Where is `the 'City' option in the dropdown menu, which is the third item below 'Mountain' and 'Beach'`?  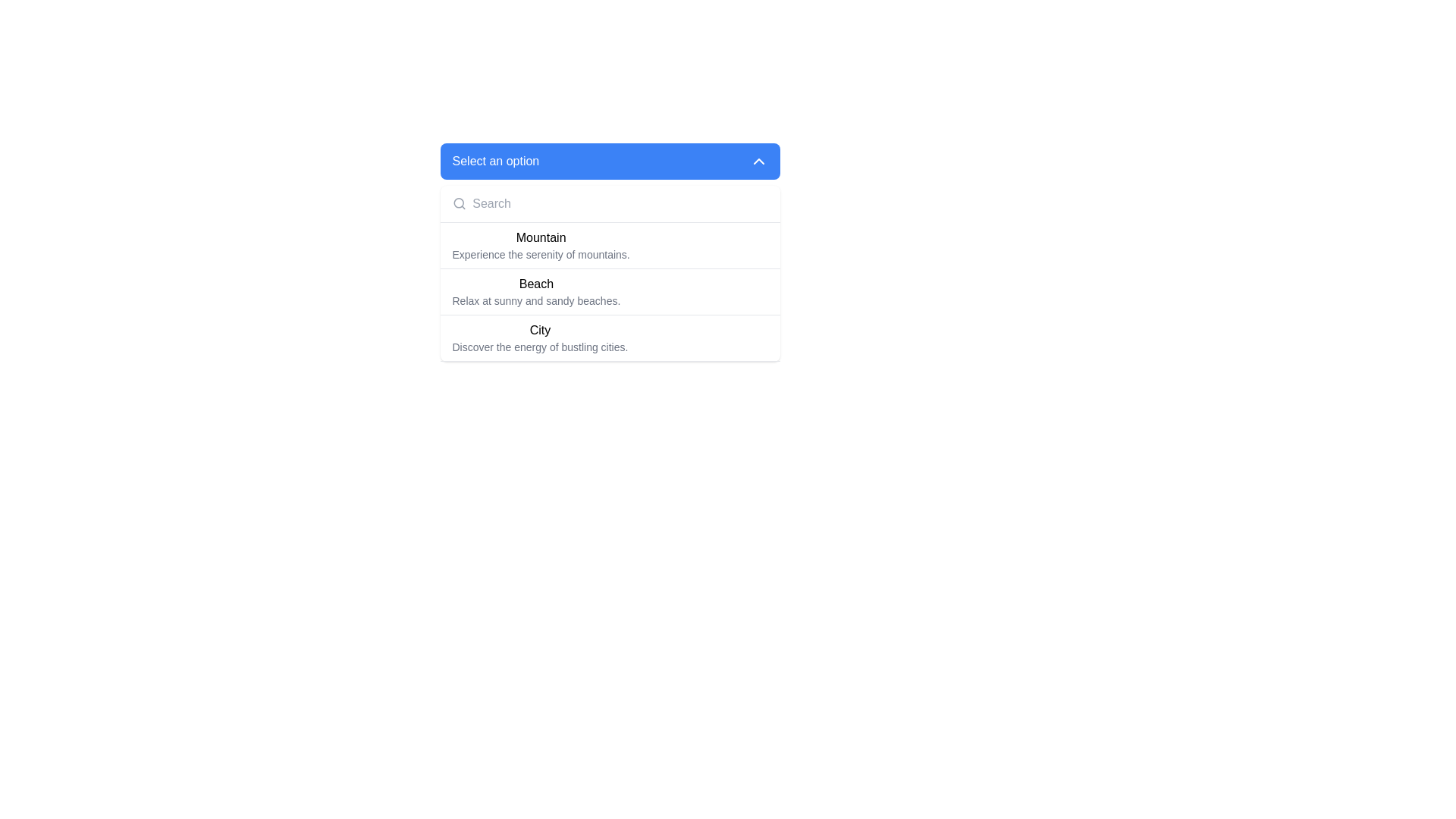 the 'City' option in the dropdown menu, which is the third item below 'Mountain' and 'Beach' is located at coordinates (540, 337).